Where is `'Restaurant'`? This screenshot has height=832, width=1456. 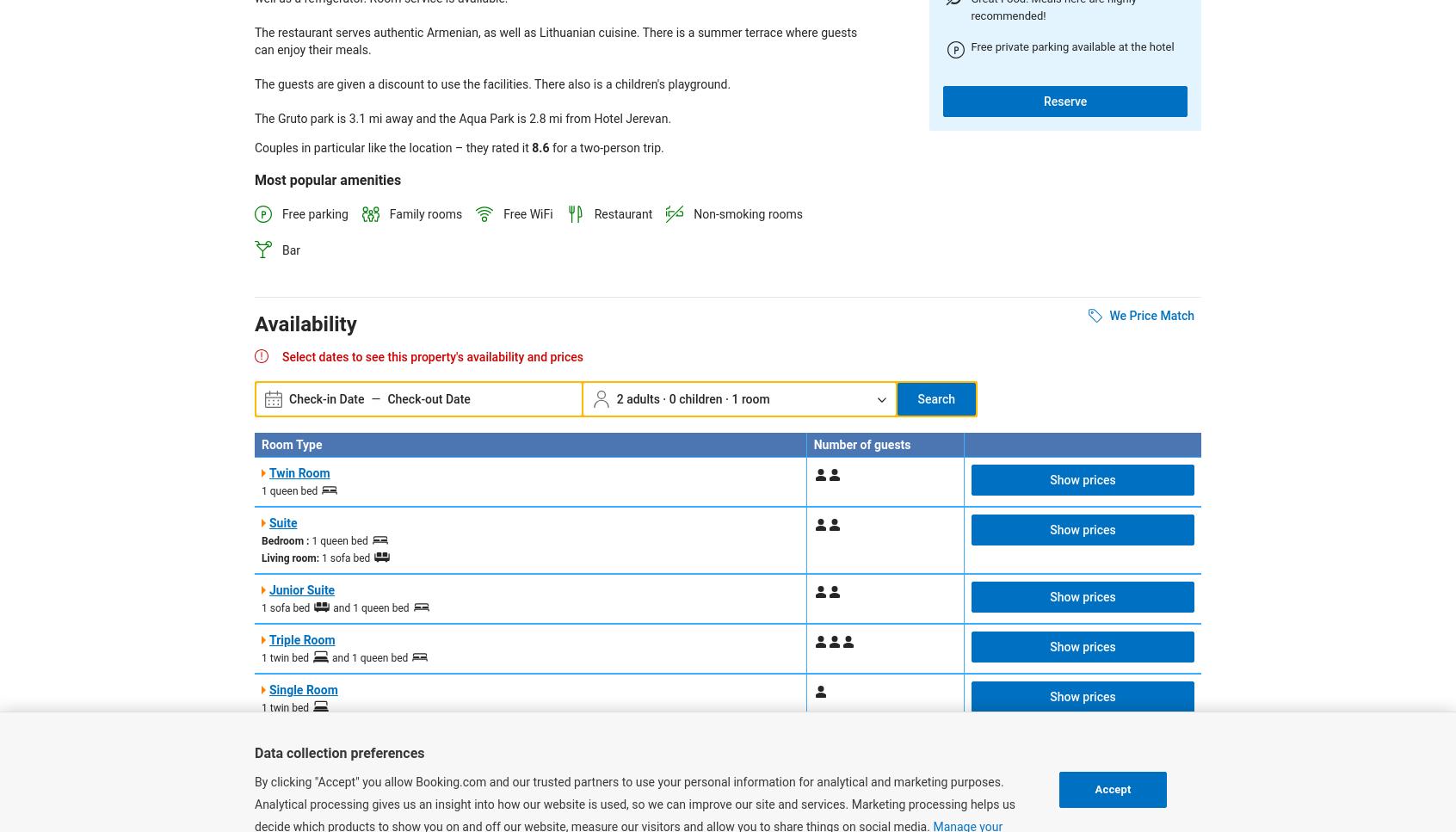 'Restaurant' is located at coordinates (622, 214).